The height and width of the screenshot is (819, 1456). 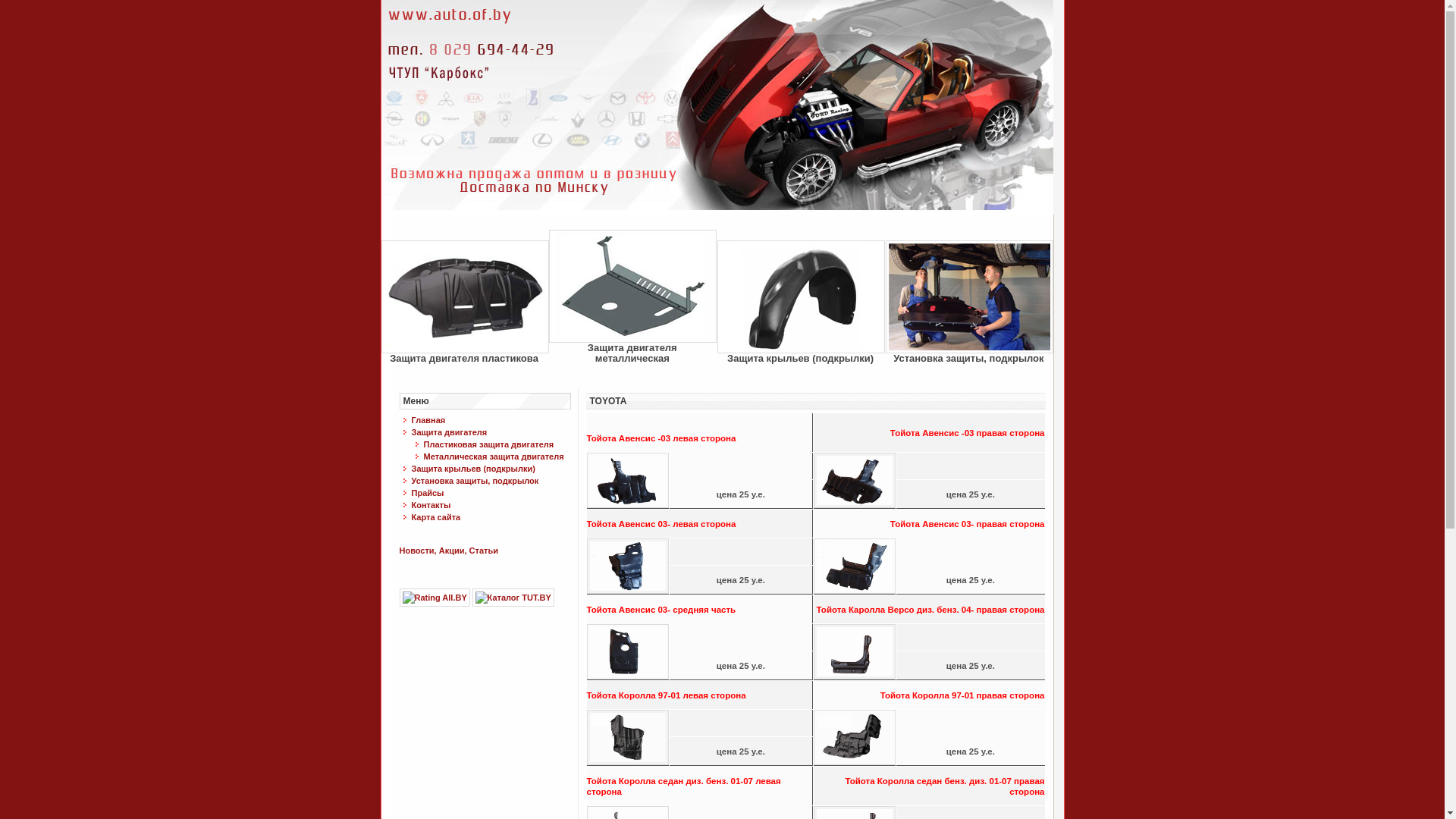 What do you see at coordinates (608, 400) in the screenshot?
I see `'TOYOTA'` at bounding box center [608, 400].